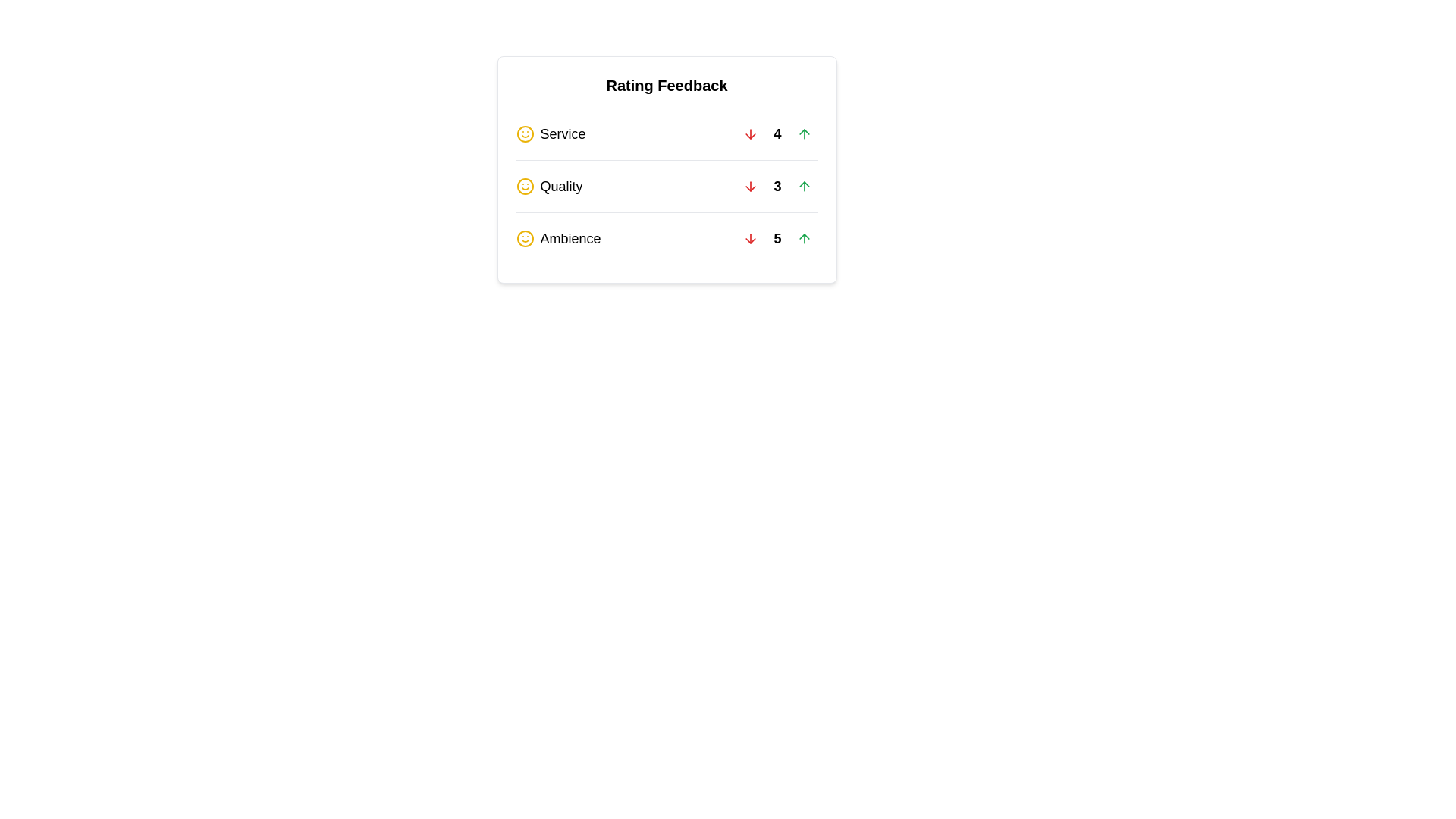 The height and width of the screenshot is (819, 1456). What do you see at coordinates (548, 186) in the screenshot?
I see `the 'Quality' label with a yellow smiling face icon, positioned between 'Service' and 'Ambience' in the left section of the list` at bounding box center [548, 186].